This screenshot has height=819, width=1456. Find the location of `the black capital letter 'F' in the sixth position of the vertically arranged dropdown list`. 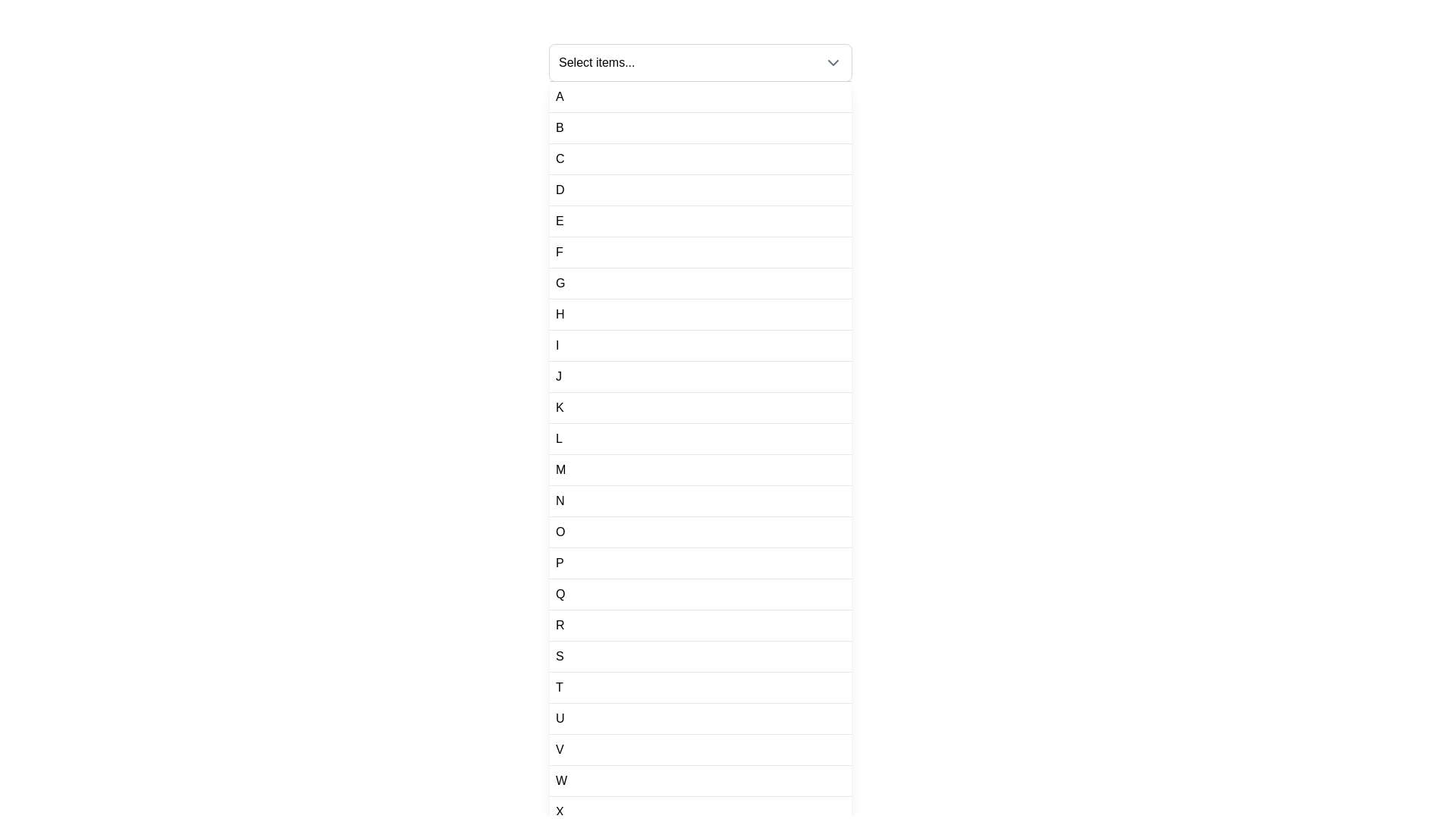

the black capital letter 'F' in the sixth position of the vertically arranged dropdown list is located at coordinates (558, 251).